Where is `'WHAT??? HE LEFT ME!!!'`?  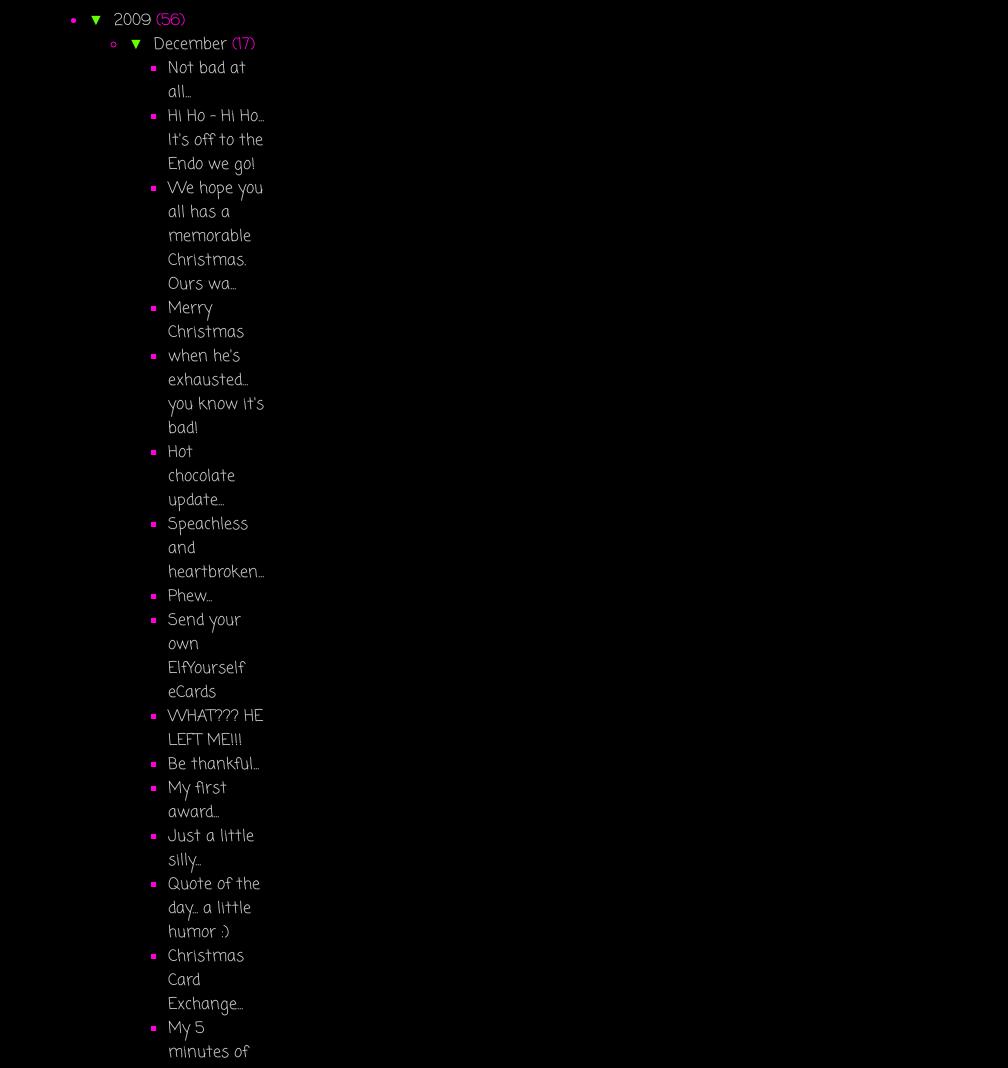
'WHAT??? HE LEFT ME!!!' is located at coordinates (215, 727).